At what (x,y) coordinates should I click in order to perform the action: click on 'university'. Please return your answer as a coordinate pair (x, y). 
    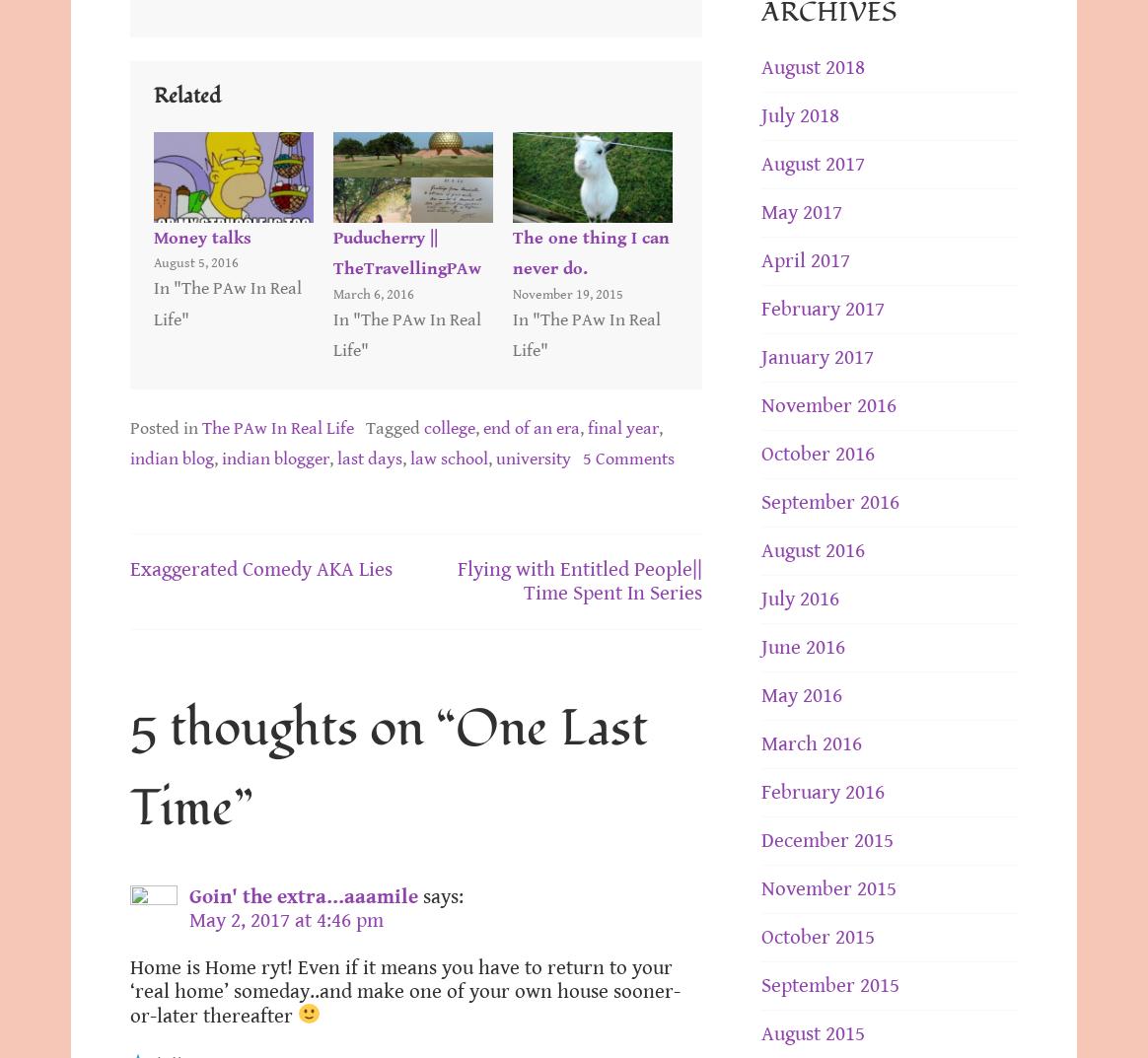
    Looking at the image, I should click on (533, 458).